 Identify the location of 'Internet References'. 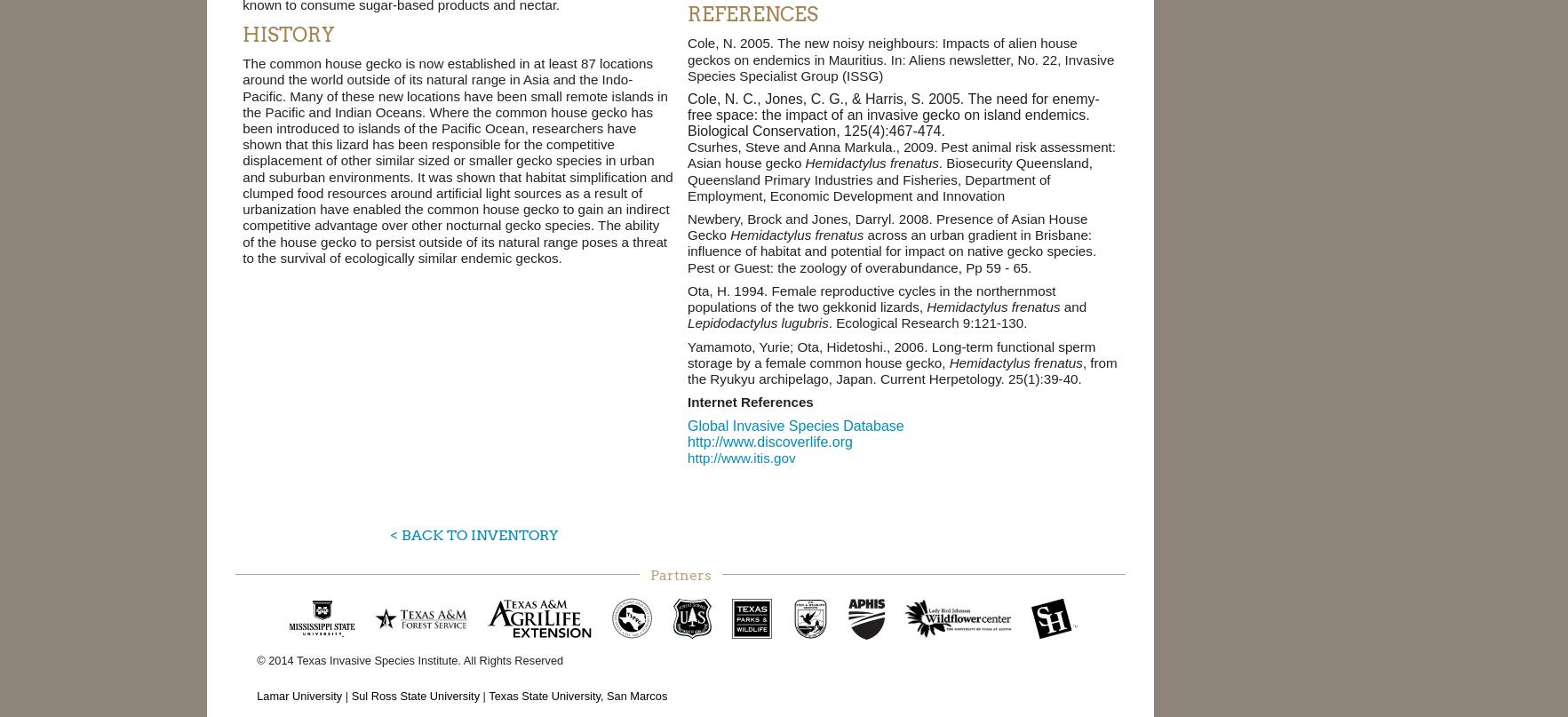
(749, 401).